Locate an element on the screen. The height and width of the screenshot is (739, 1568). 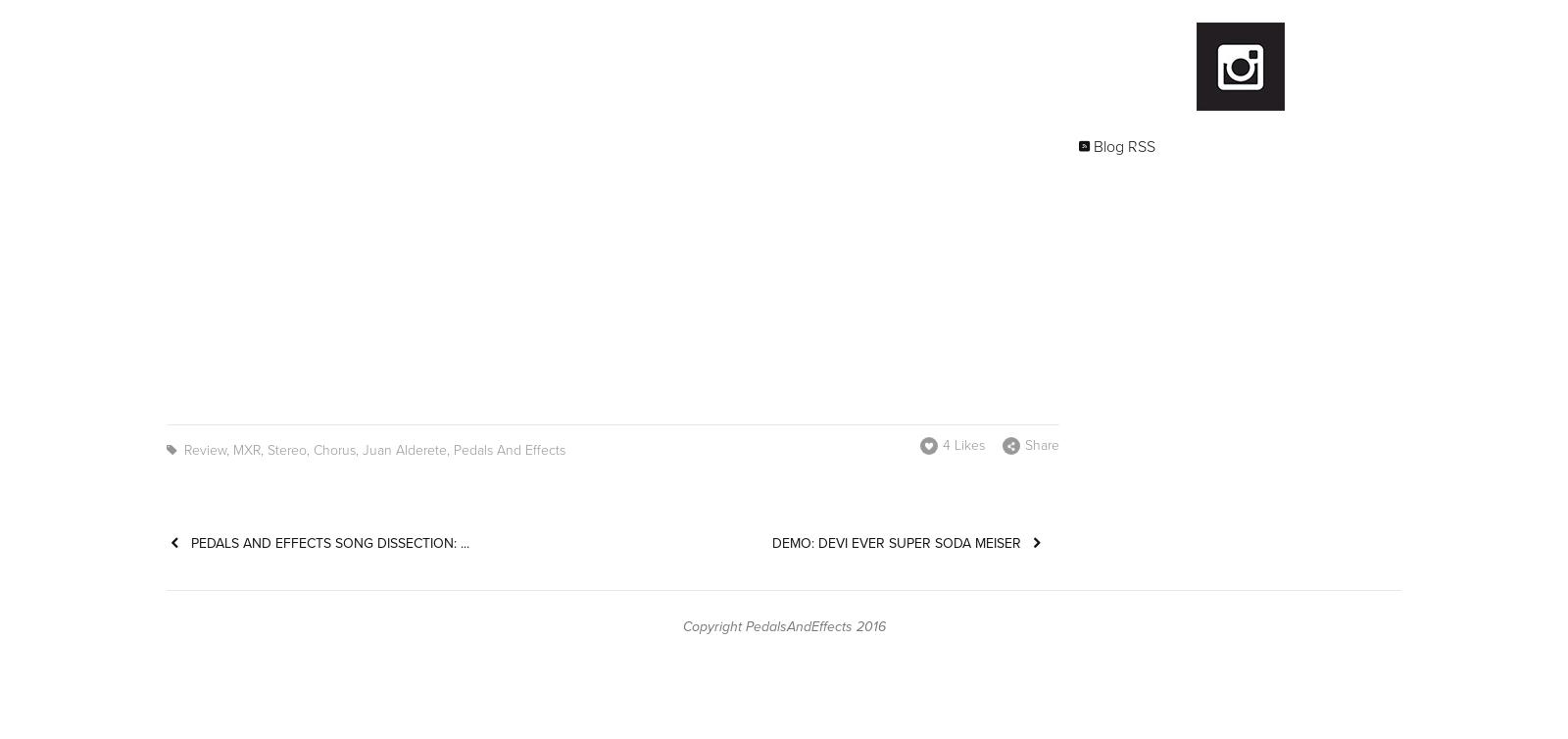
'Blog RSS' is located at coordinates (1124, 145).